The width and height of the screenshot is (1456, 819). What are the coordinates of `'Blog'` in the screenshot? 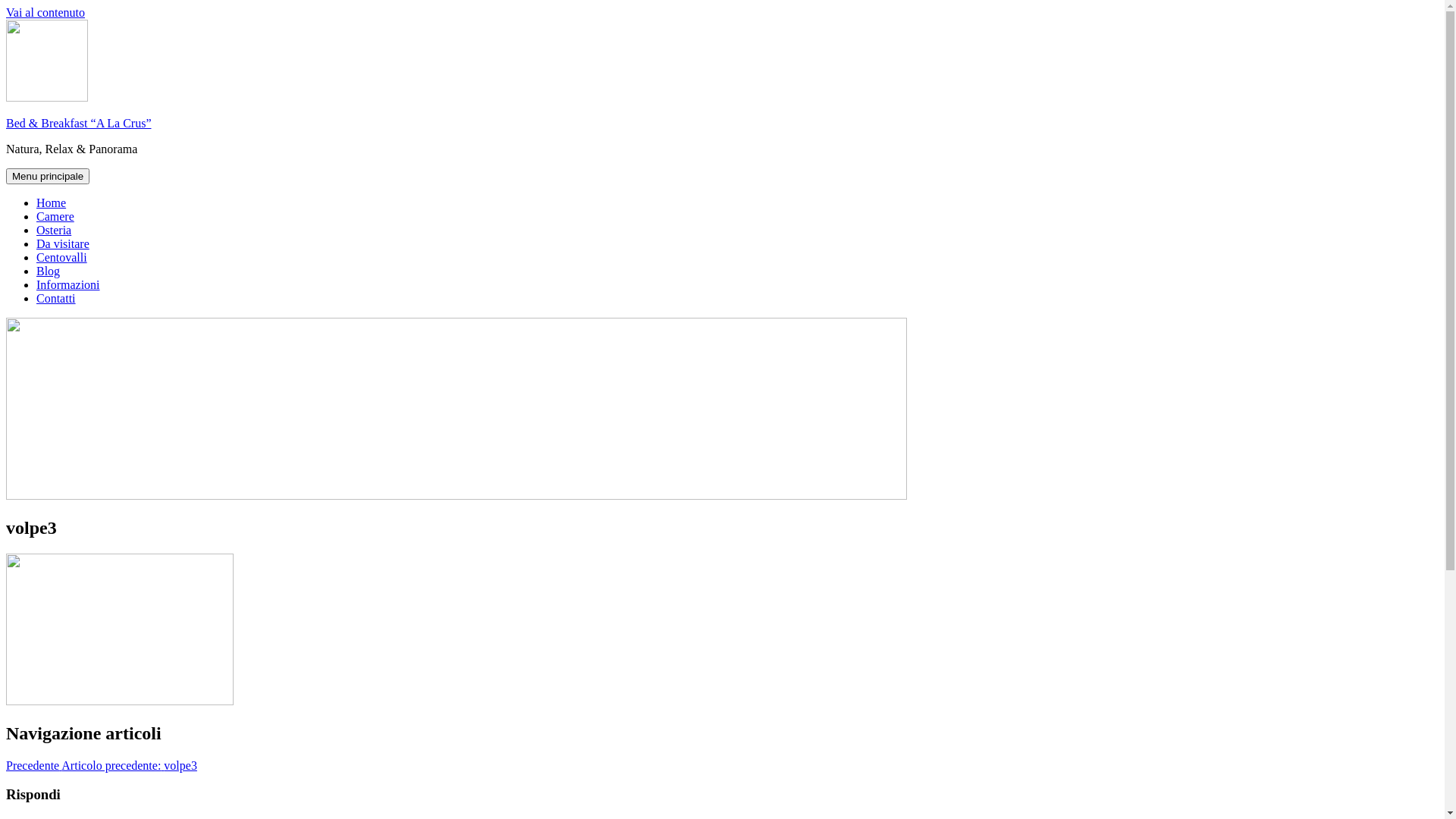 It's located at (48, 270).